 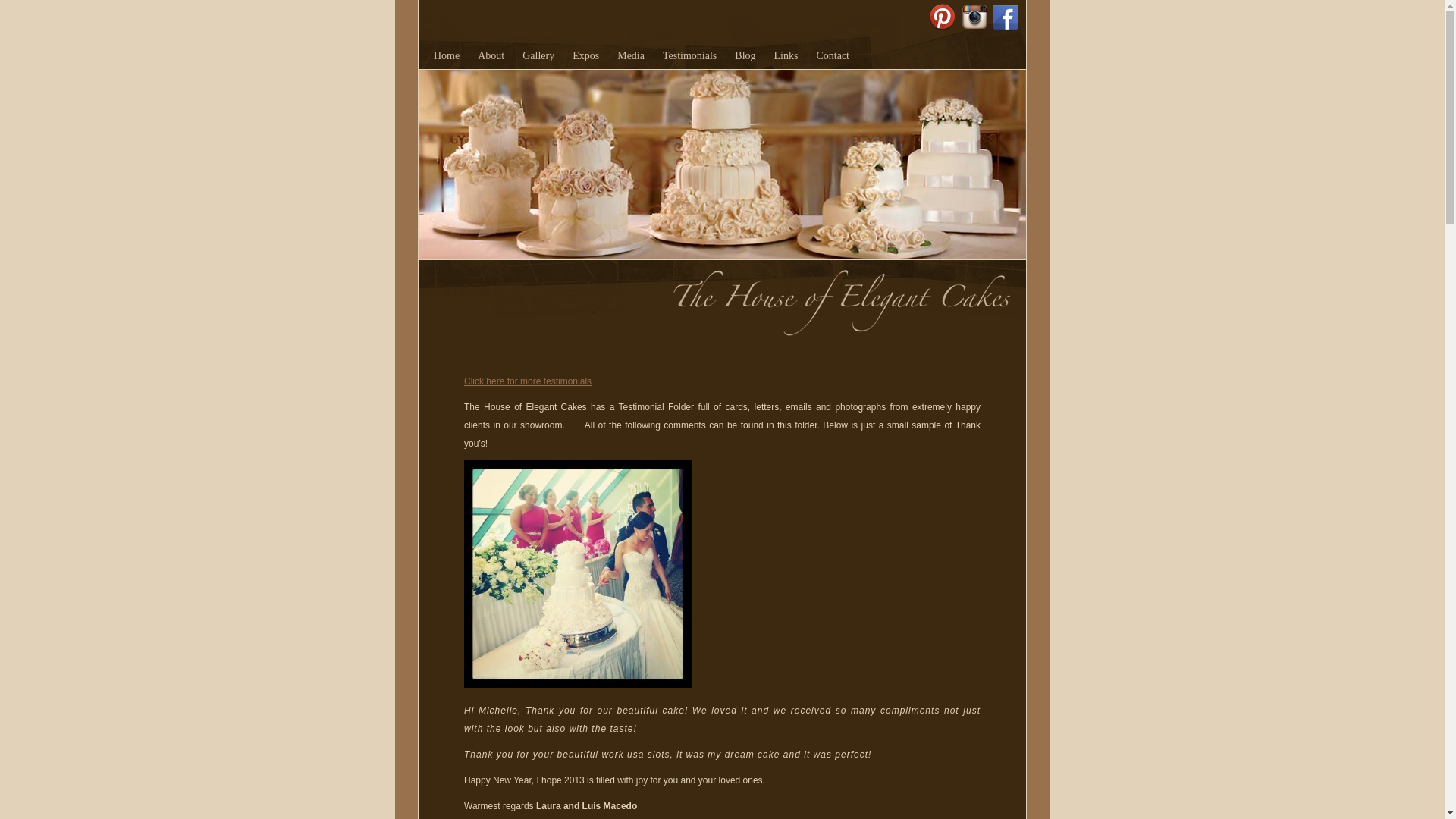 What do you see at coordinates (832, 55) in the screenshot?
I see `'Contact'` at bounding box center [832, 55].